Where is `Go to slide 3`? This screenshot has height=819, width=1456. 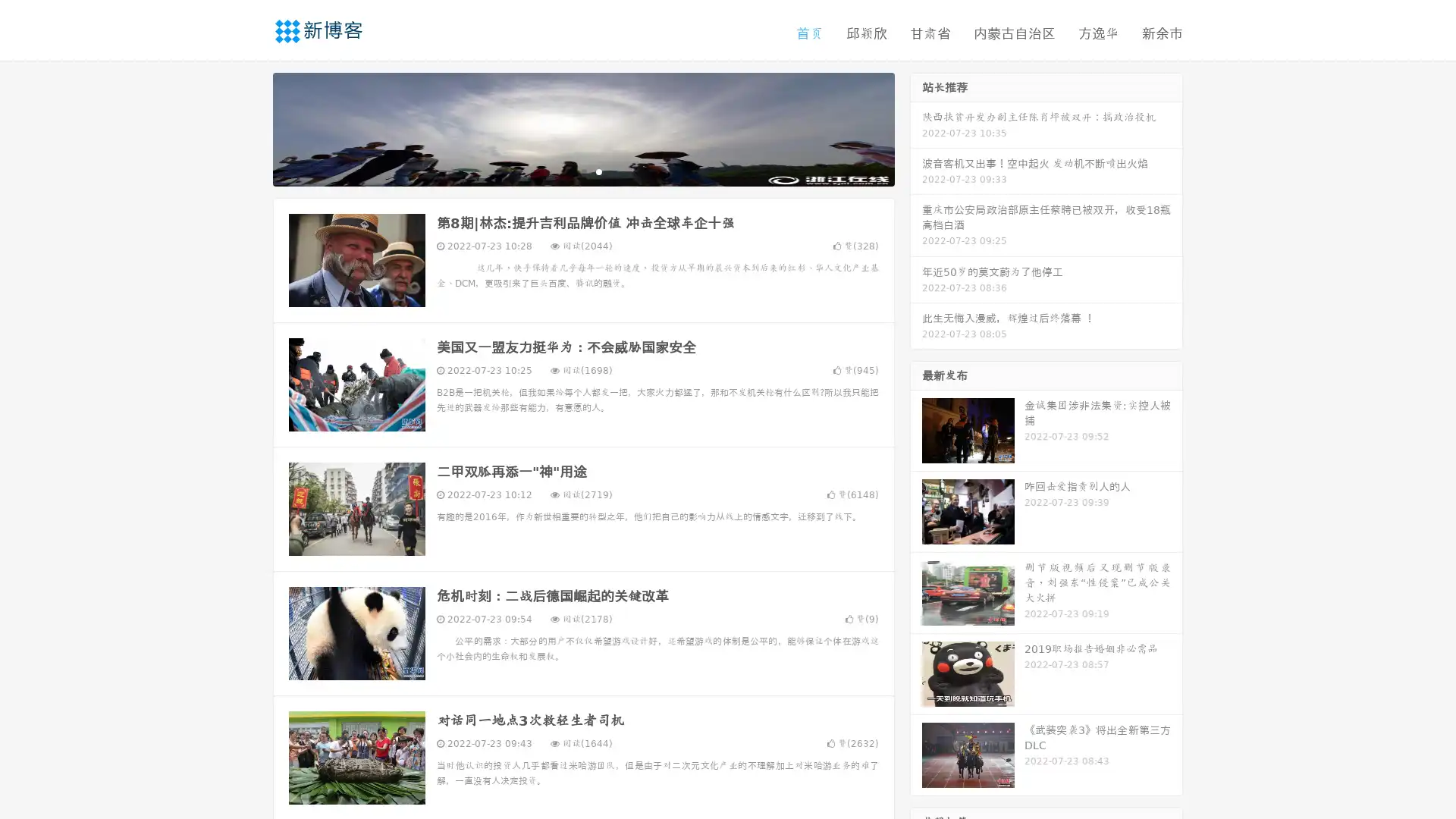 Go to slide 3 is located at coordinates (598, 171).